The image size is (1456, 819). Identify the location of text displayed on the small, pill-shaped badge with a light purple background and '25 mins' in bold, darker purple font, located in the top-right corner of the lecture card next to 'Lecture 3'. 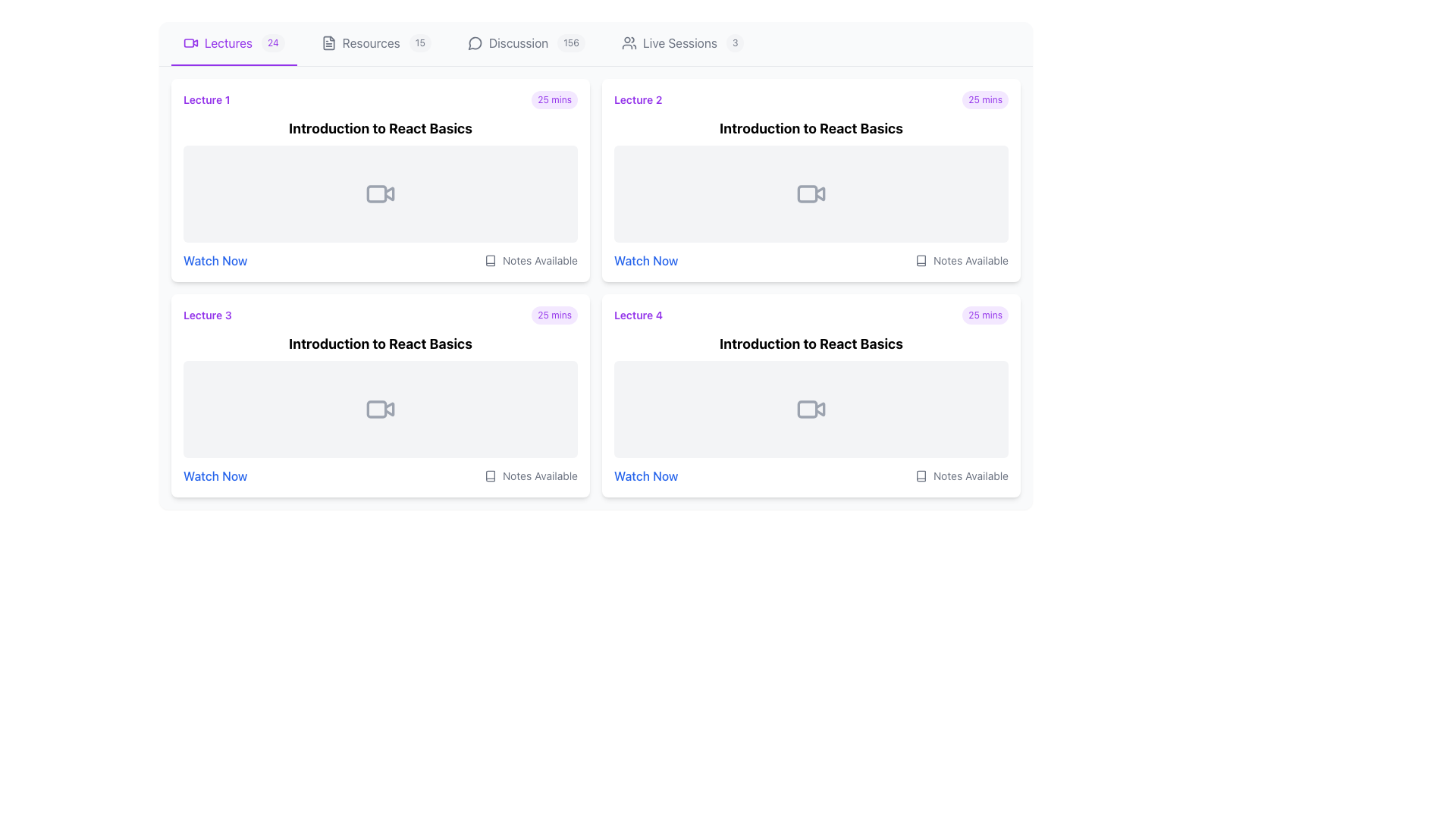
(554, 315).